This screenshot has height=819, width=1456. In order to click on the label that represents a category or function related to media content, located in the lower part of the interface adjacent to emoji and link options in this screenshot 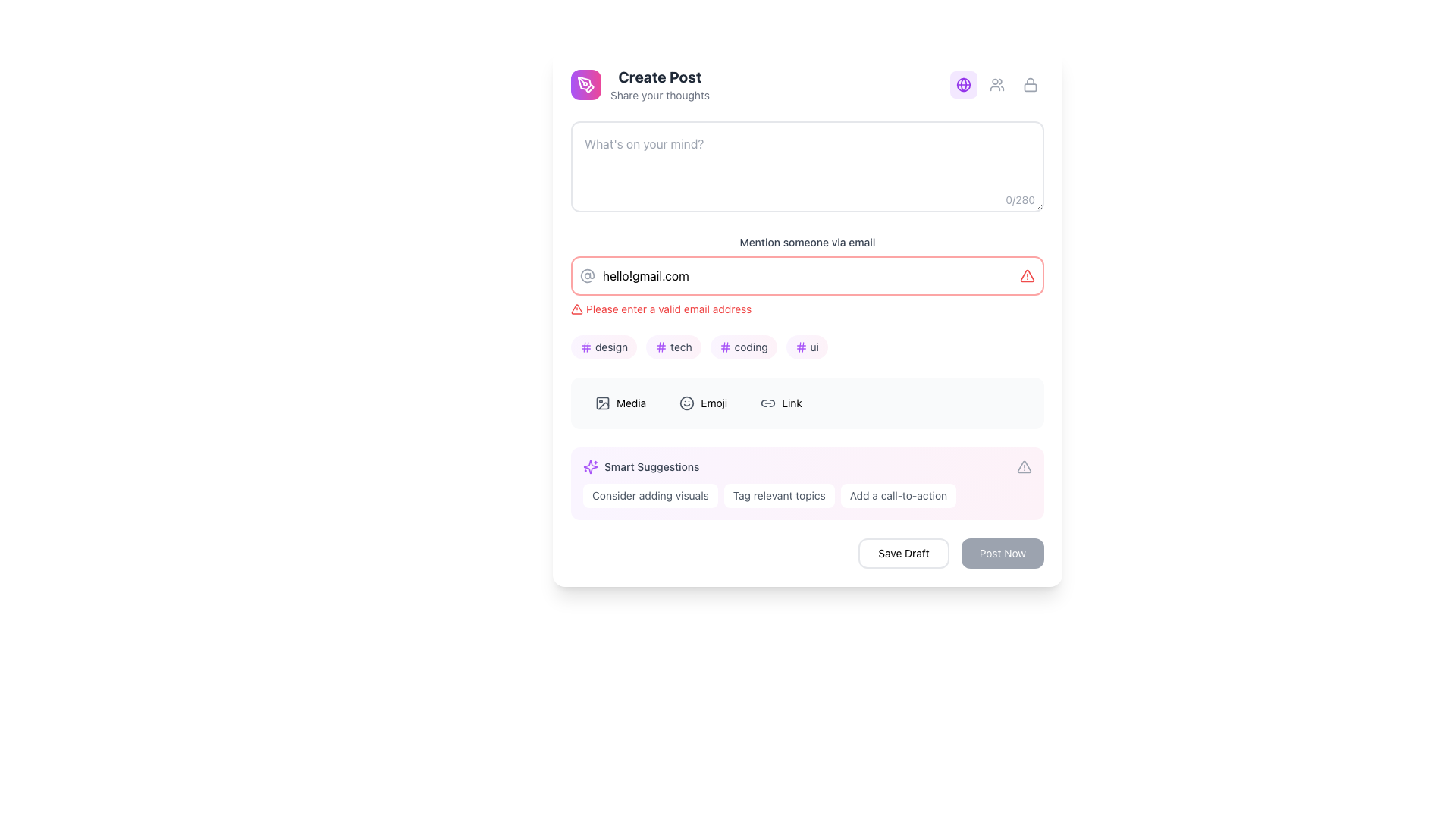, I will do `click(631, 403)`.